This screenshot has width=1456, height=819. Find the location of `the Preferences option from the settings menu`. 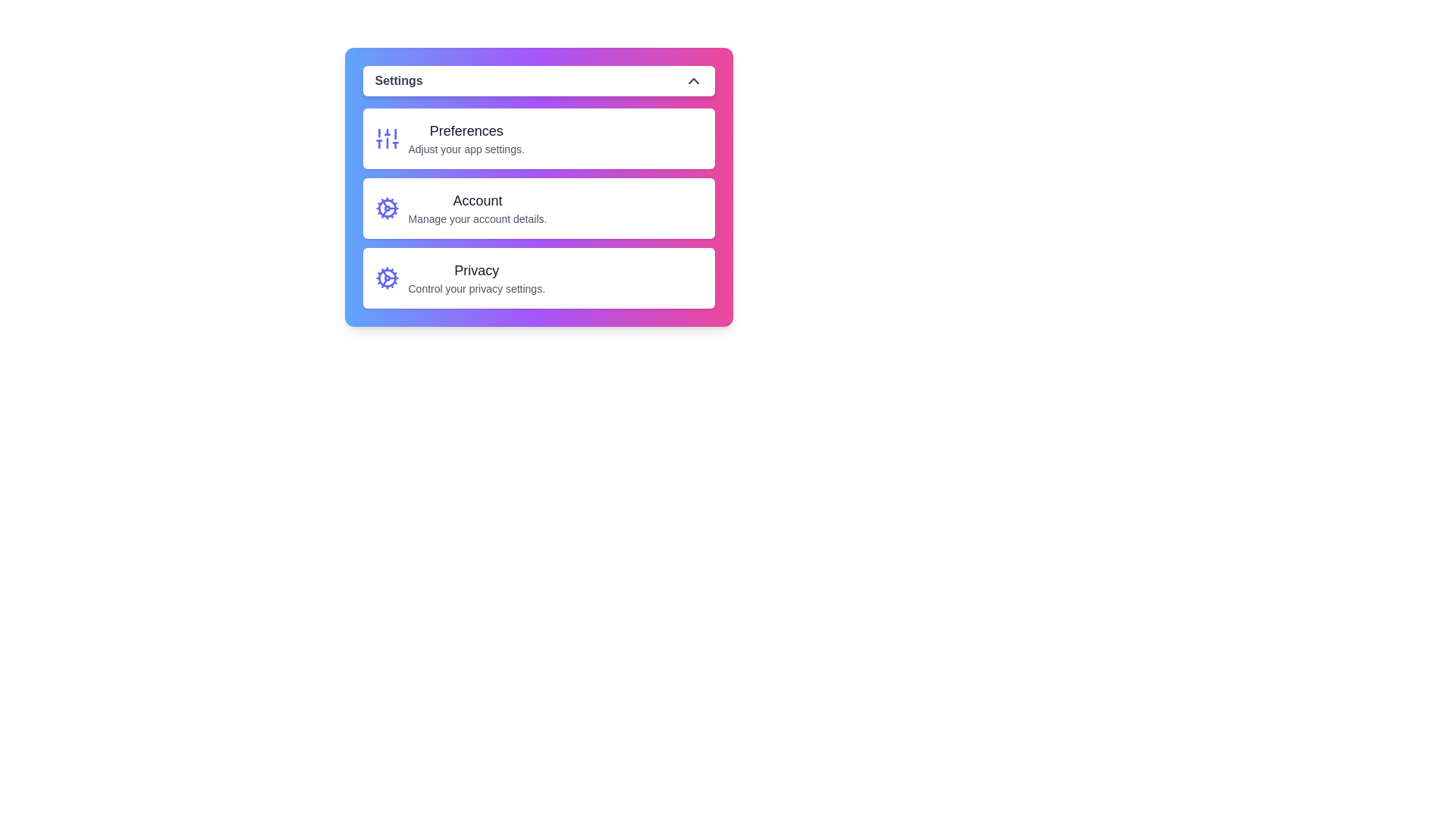

the Preferences option from the settings menu is located at coordinates (538, 138).